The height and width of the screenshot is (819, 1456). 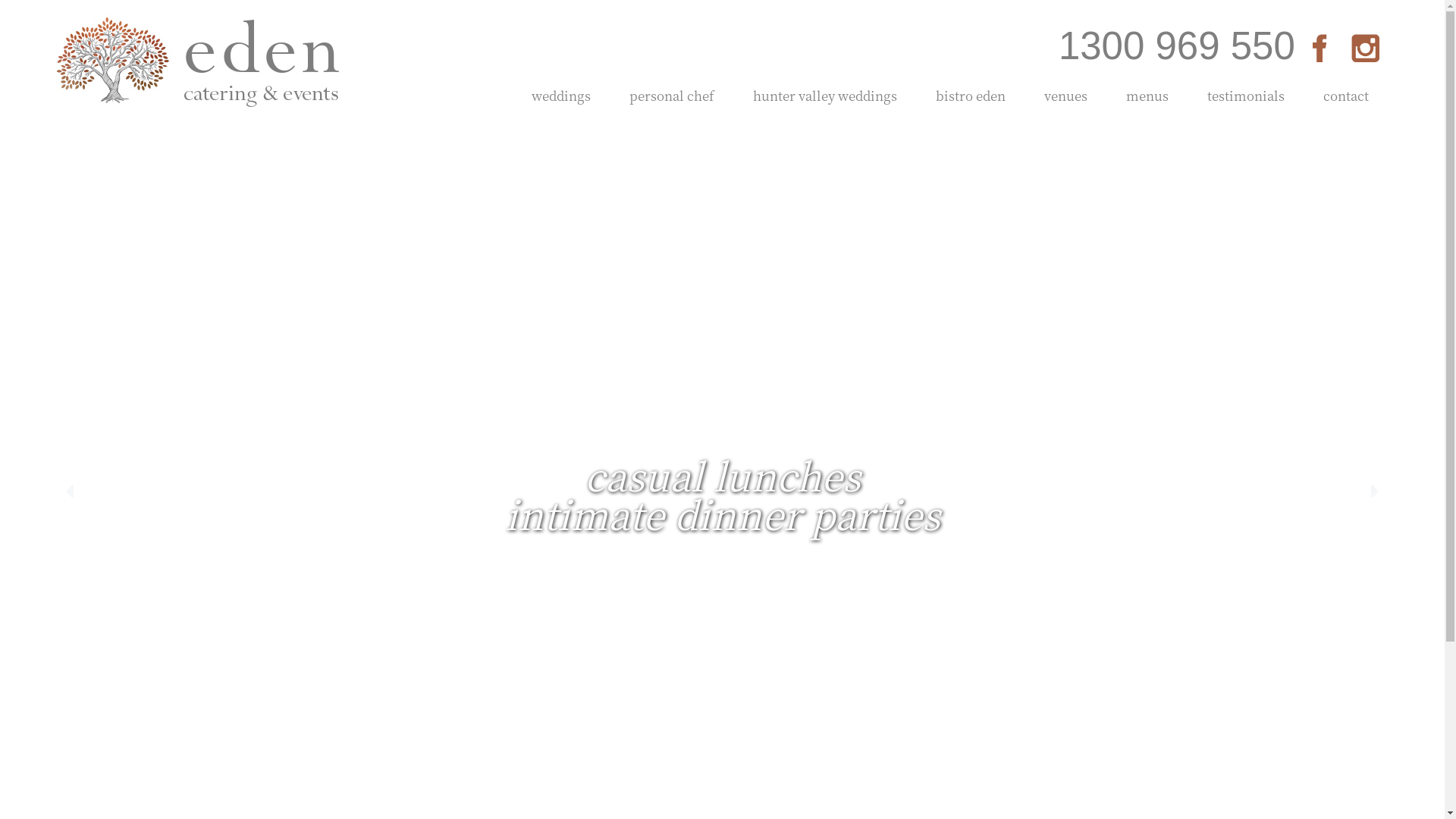 I want to click on 'Facebook', so click(x=1294, y=48).